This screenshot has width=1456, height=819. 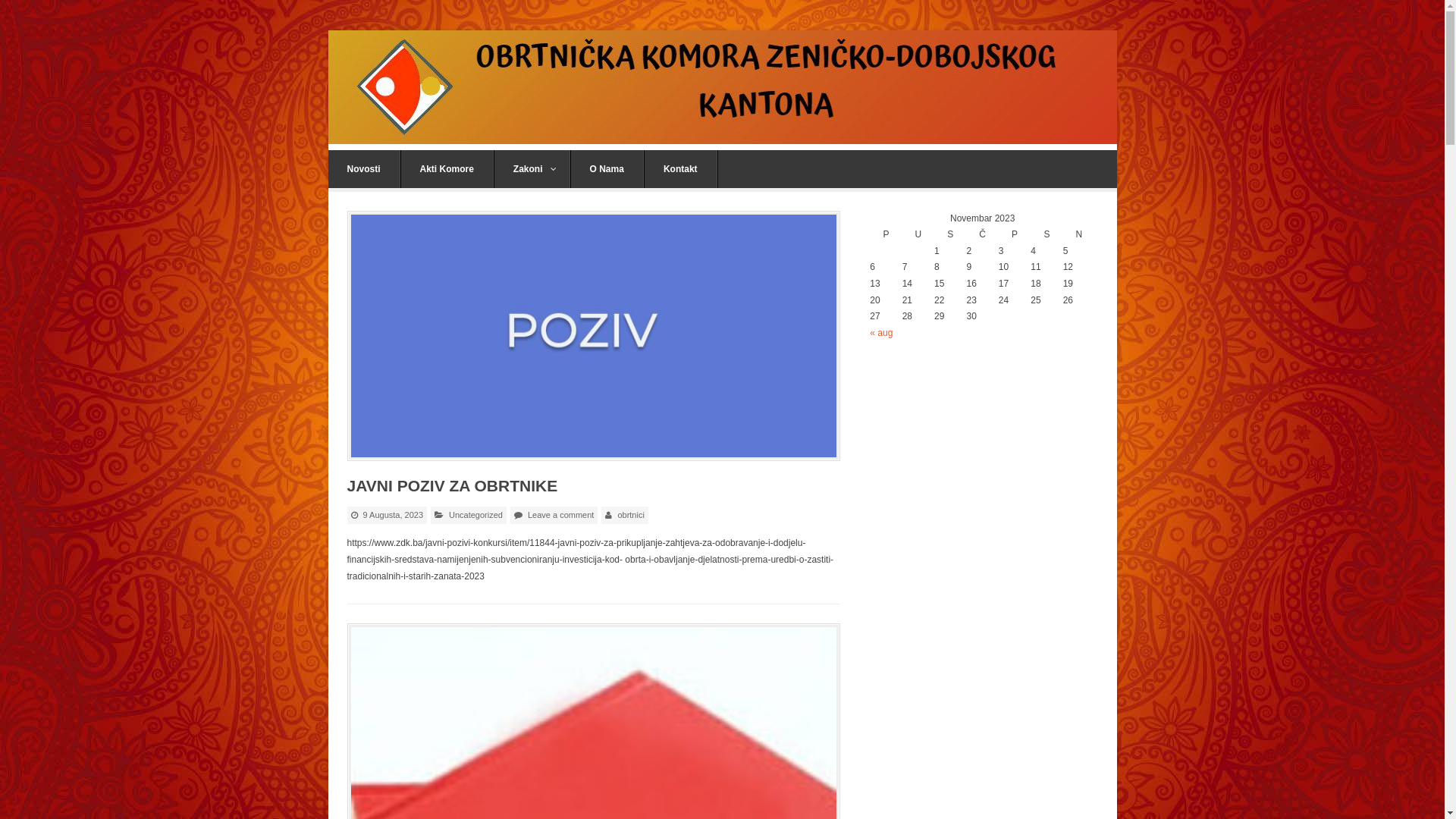 What do you see at coordinates (679, 169) in the screenshot?
I see `'Kontakt'` at bounding box center [679, 169].